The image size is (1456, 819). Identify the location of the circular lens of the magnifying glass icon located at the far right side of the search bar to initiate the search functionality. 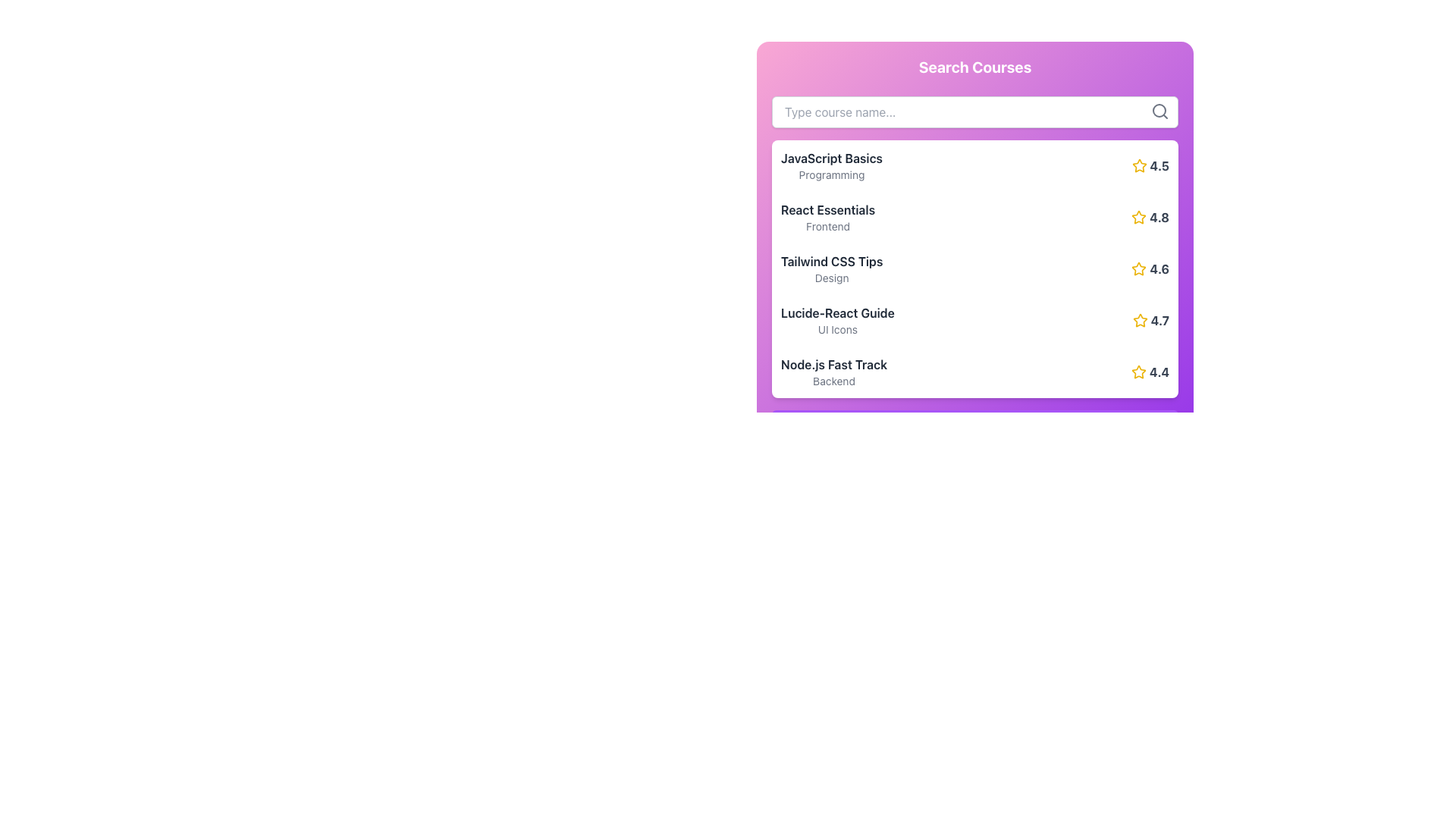
(1159, 110).